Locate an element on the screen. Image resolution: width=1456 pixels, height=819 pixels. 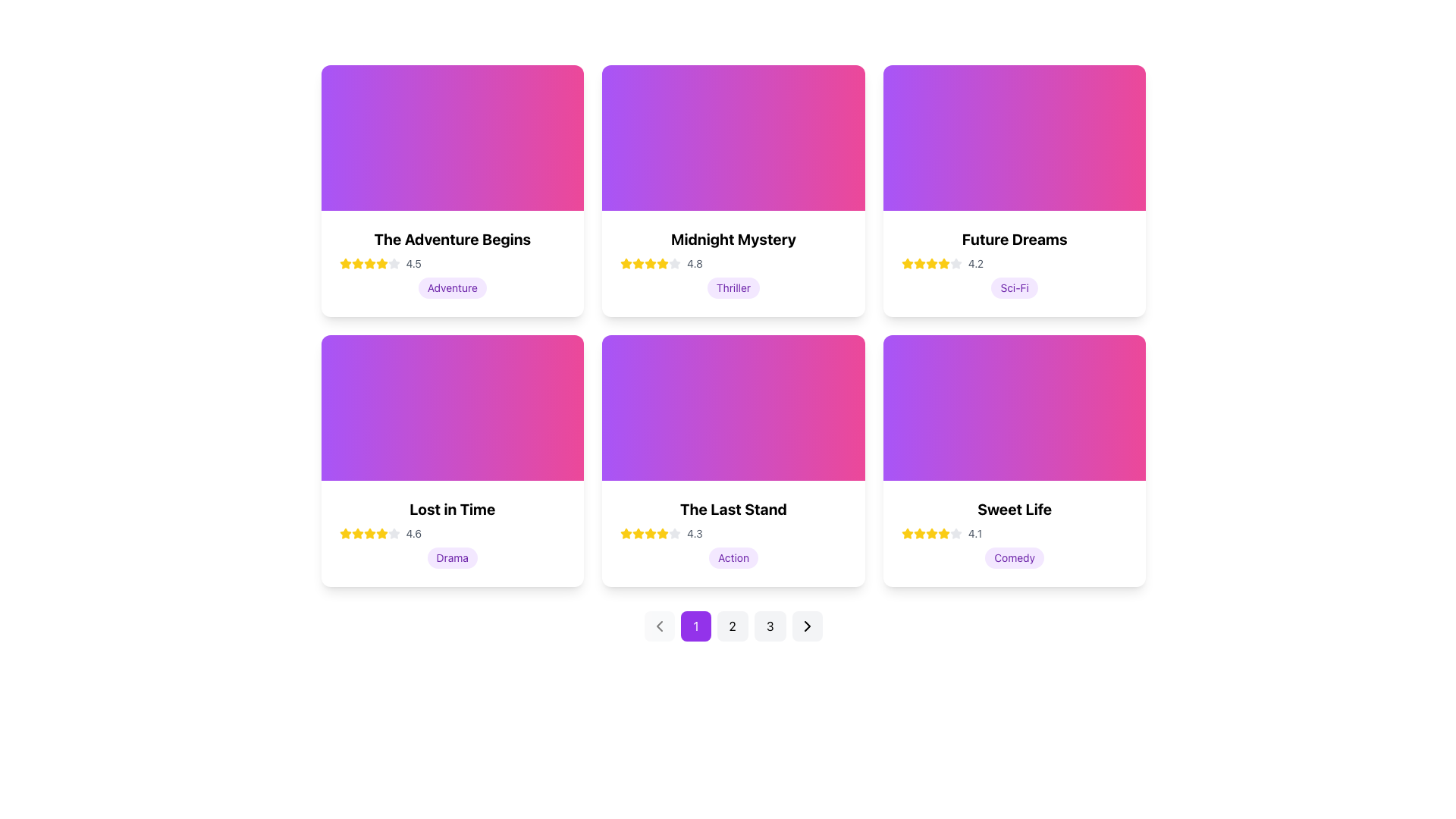
the fourth yellow star icon is located at coordinates (943, 532).